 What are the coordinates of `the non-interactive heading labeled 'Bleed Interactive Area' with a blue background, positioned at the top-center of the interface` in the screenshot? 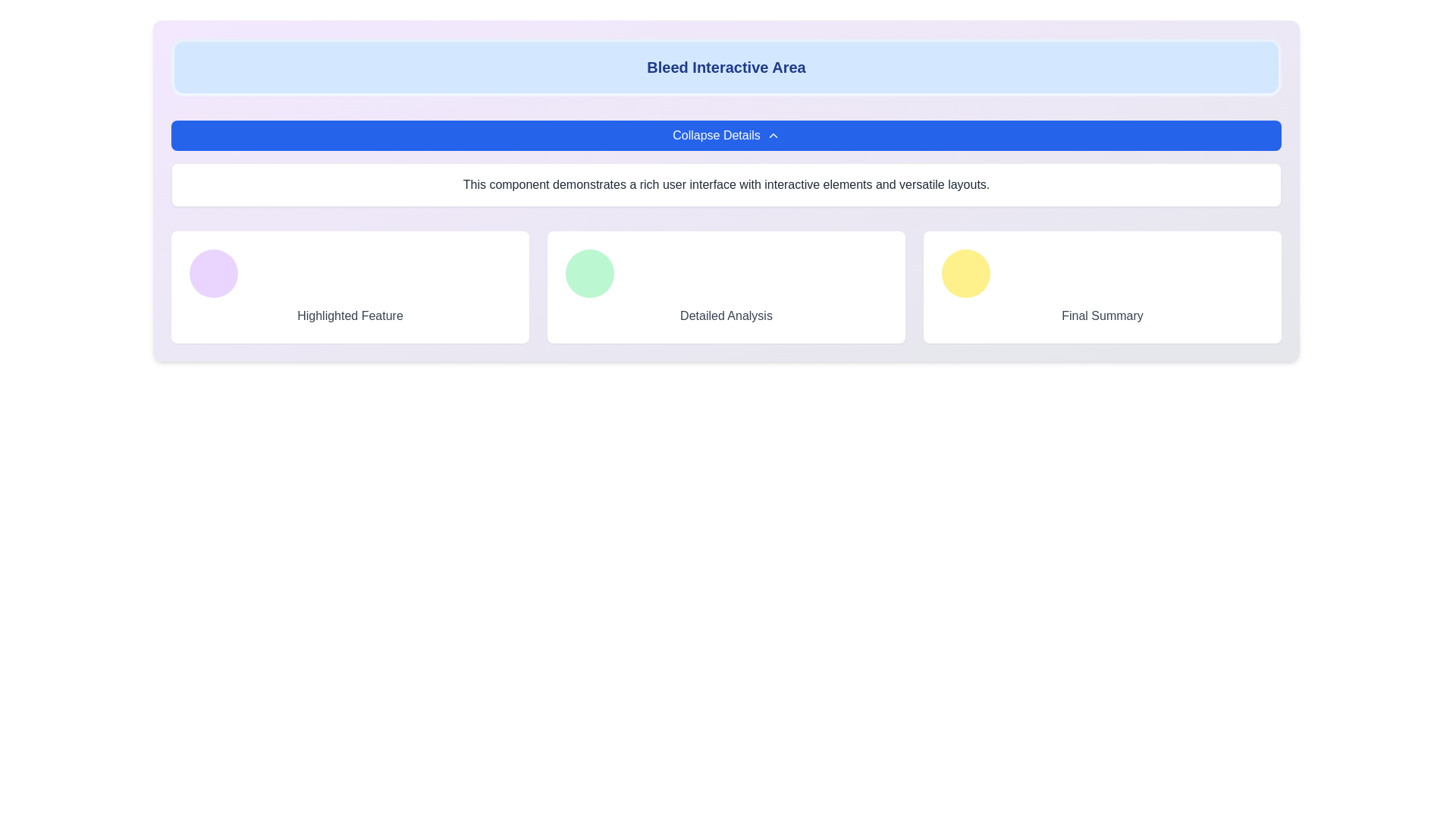 It's located at (726, 66).